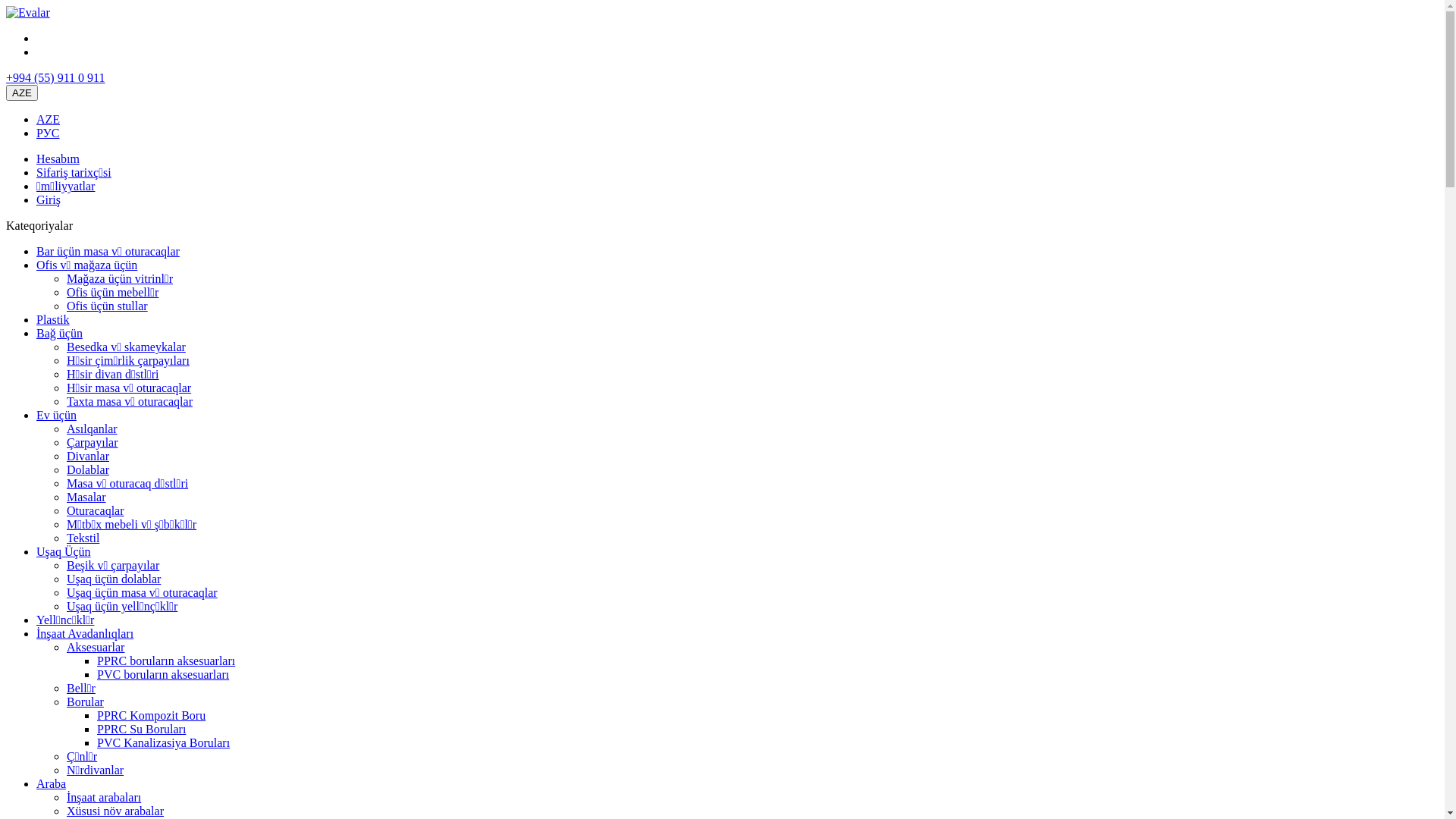  What do you see at coordinates (53, 318) in the screenshot?
I see `'Plastik'` at bounding box center [53, 318].